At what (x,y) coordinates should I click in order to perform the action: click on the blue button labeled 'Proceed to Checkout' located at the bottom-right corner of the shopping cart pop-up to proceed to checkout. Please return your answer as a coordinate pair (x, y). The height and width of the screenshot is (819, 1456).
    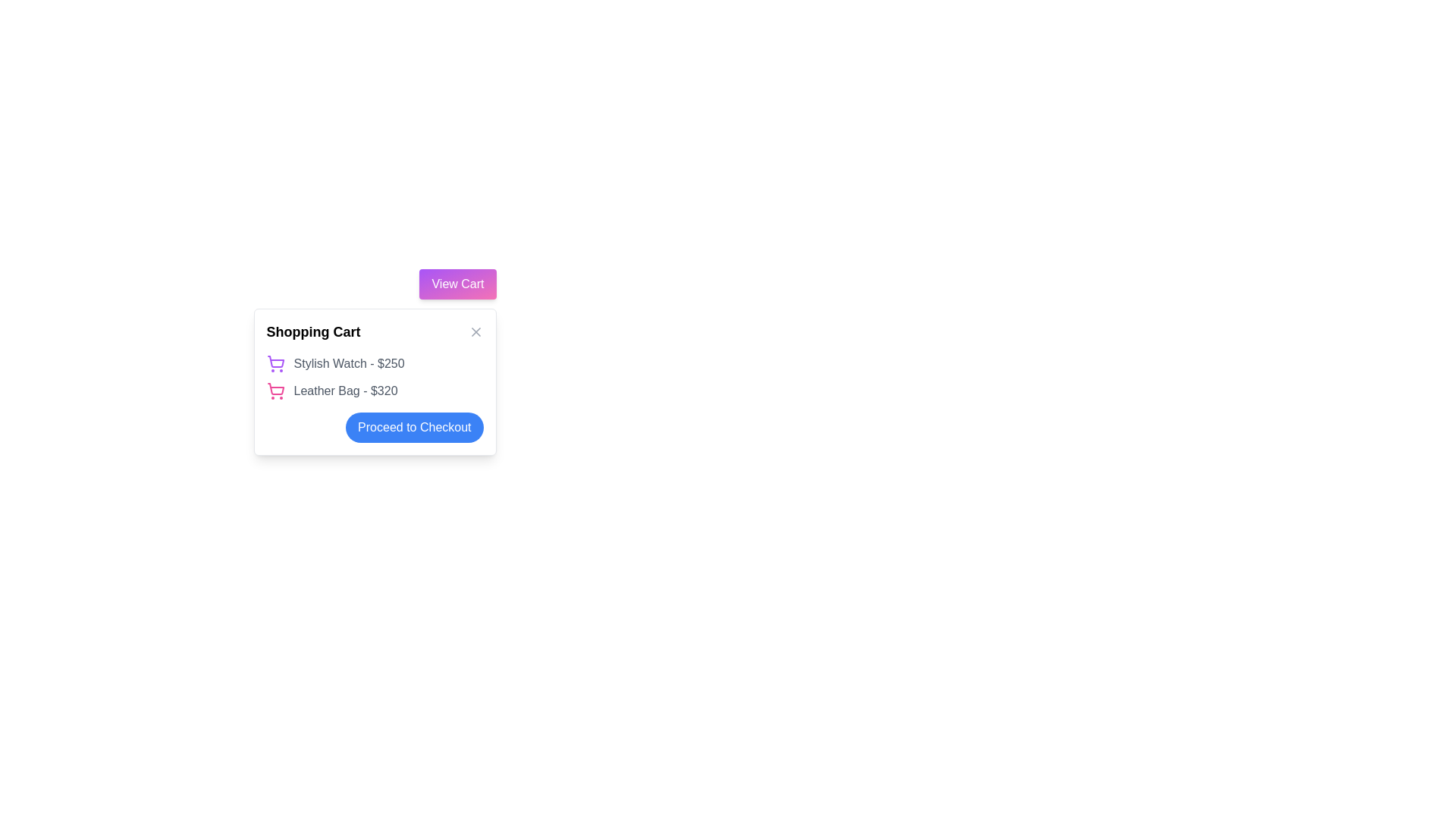
    Looking at the image, I should click on (375, 427).